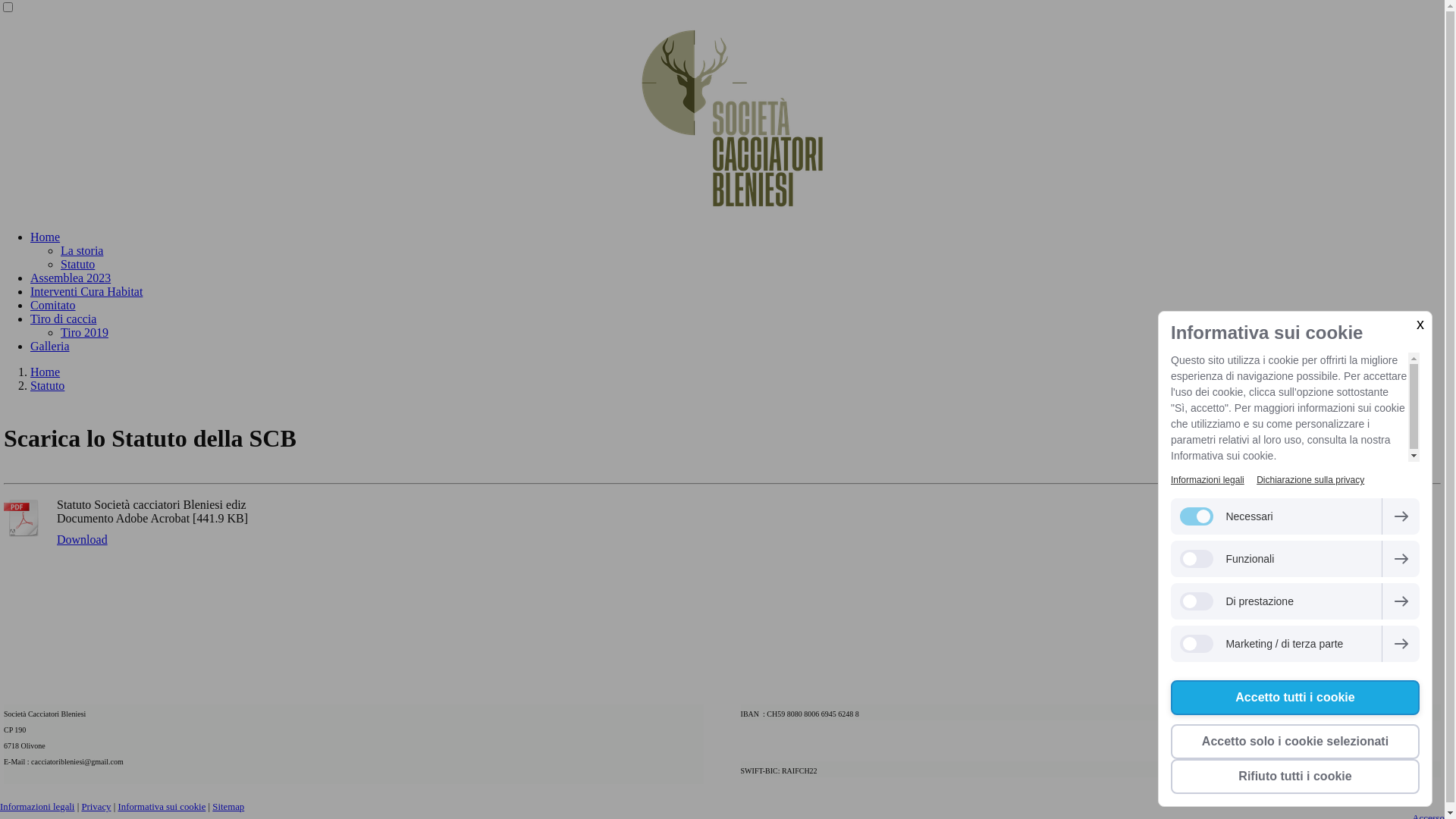 The width and height of the screenshot is (1456, 819). What do you see at coordinates (1294, 741) in the screenshot?
I see `'Accetto solo i cookie selezionati'` at bounding box center [1294, 741].